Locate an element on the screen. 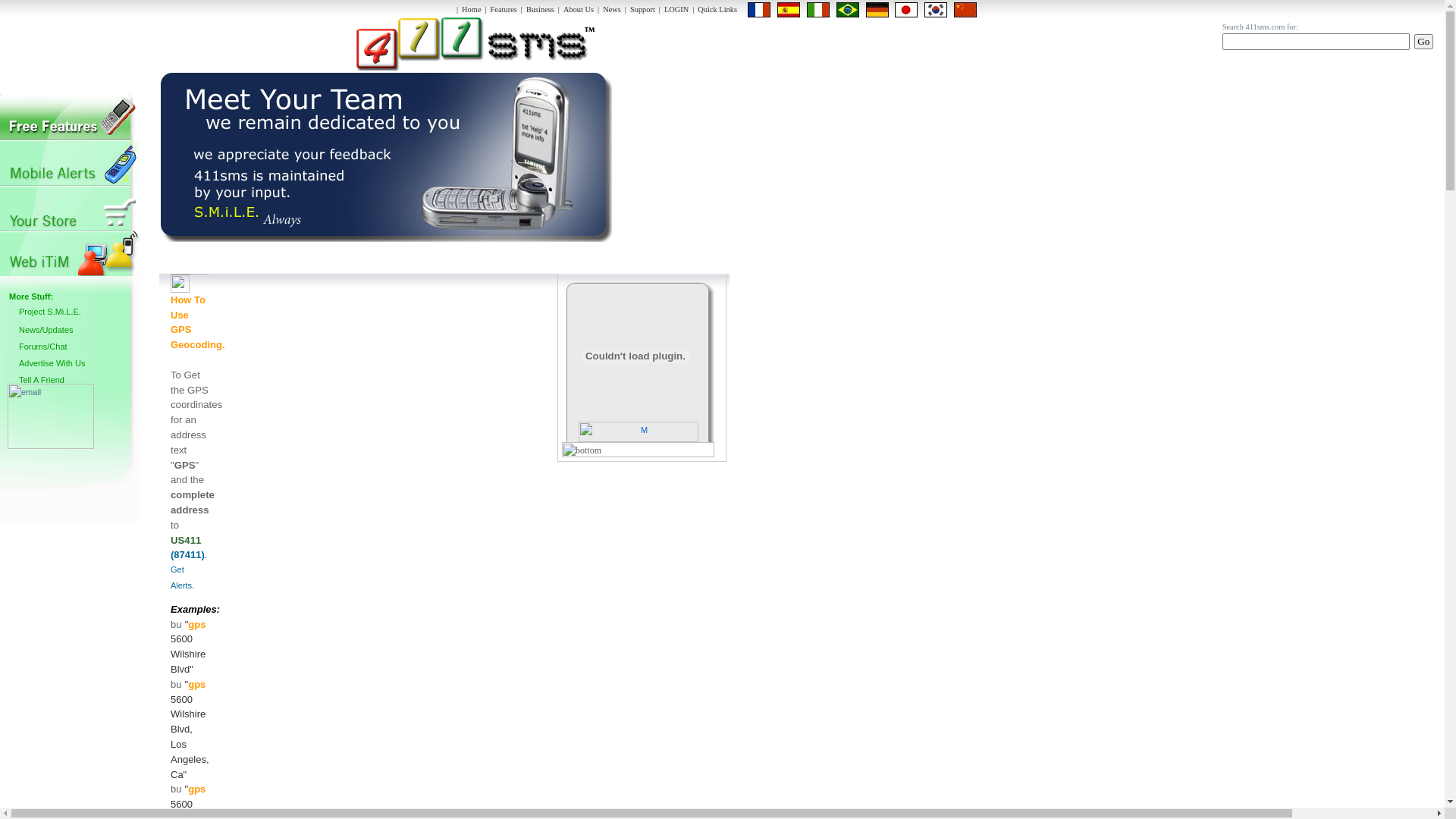  'en|de' is located at coordinates (877, 9).